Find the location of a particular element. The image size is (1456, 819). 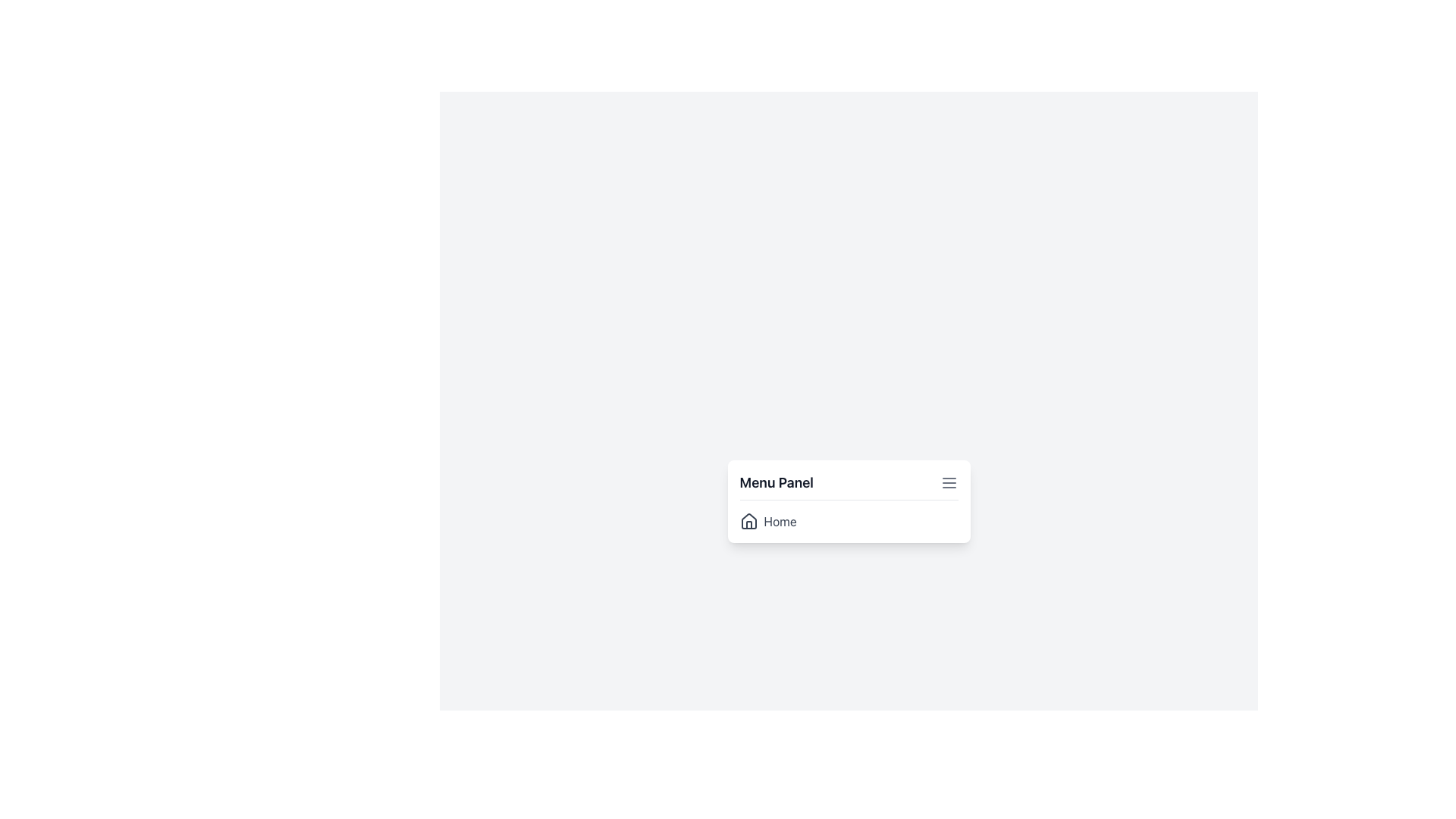

text label displaying 'Home' in the navigation menu located in the bottom-right area of the interface is located at coordinates (780, 520).